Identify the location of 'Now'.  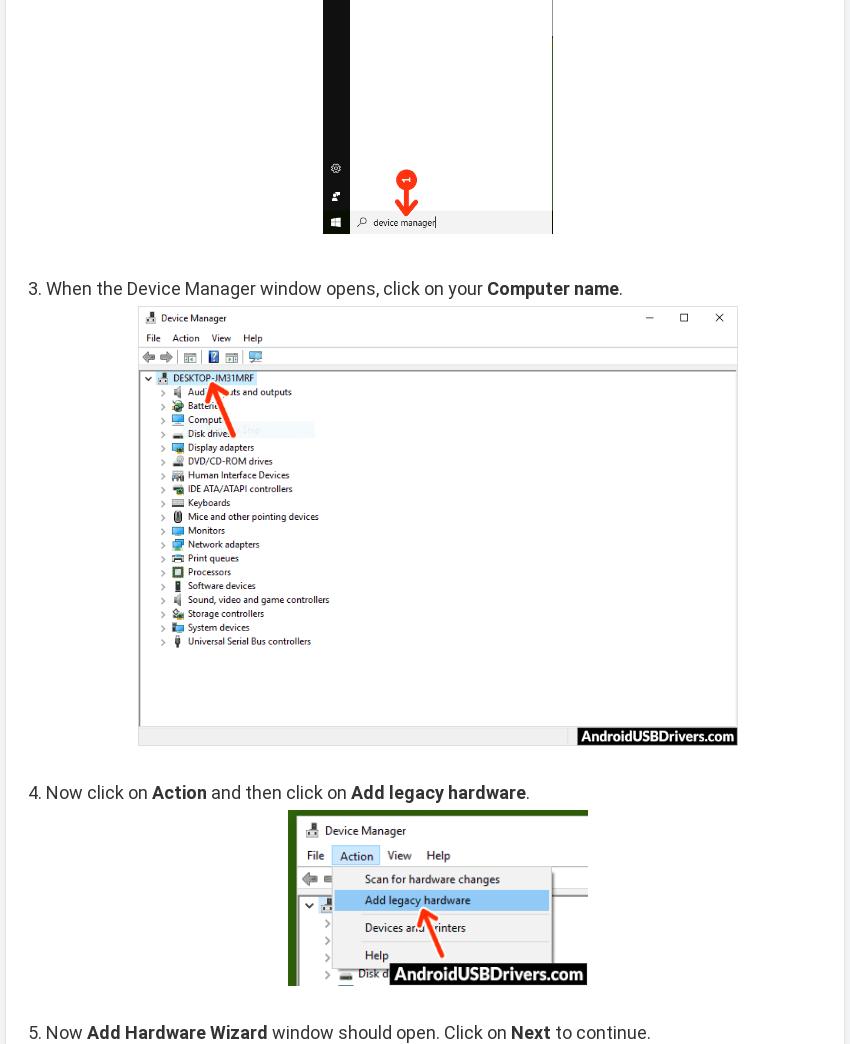
(66, 1031).